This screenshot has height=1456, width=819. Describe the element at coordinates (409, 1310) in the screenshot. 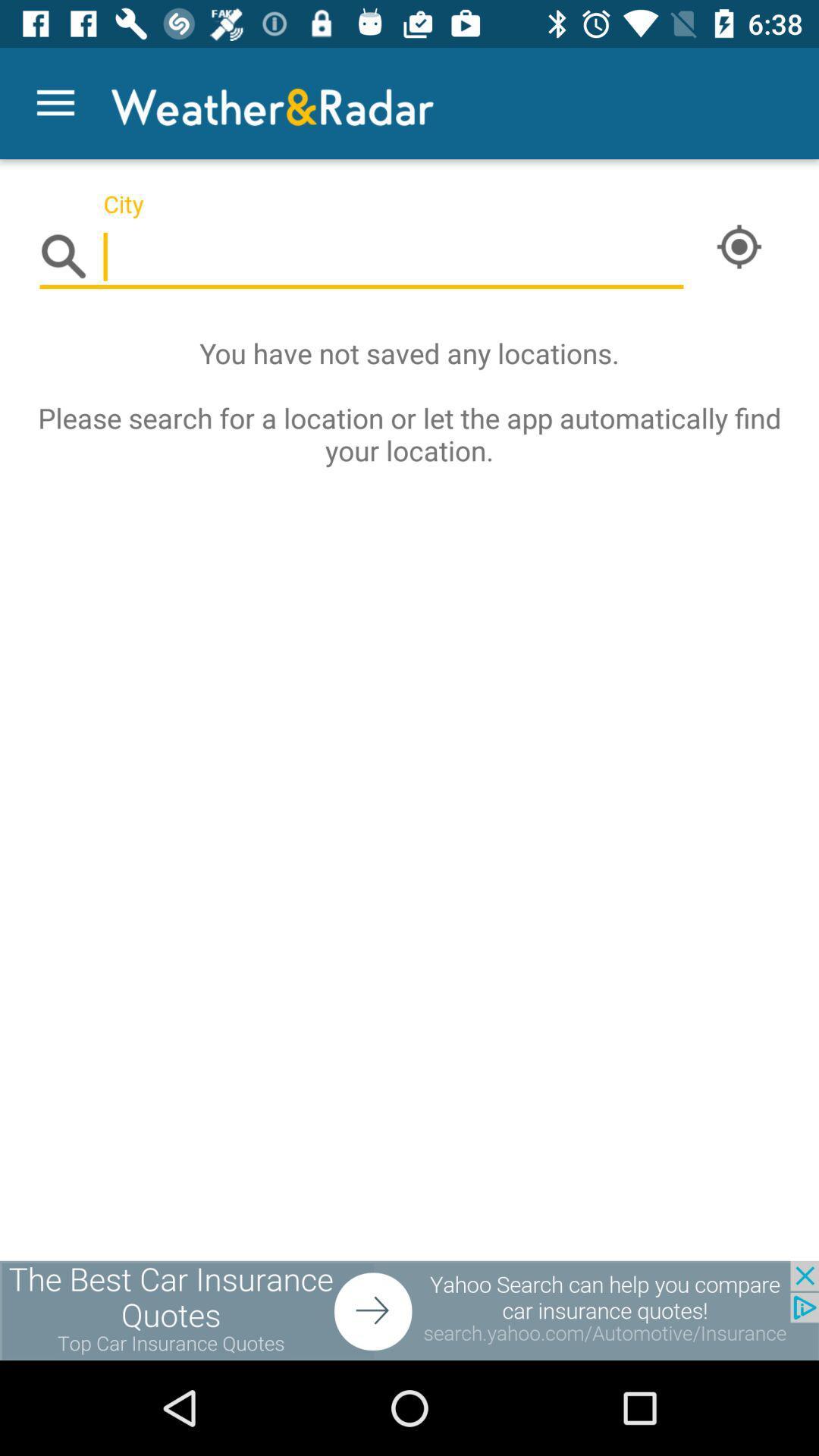

I see `advertisement page` at that location.